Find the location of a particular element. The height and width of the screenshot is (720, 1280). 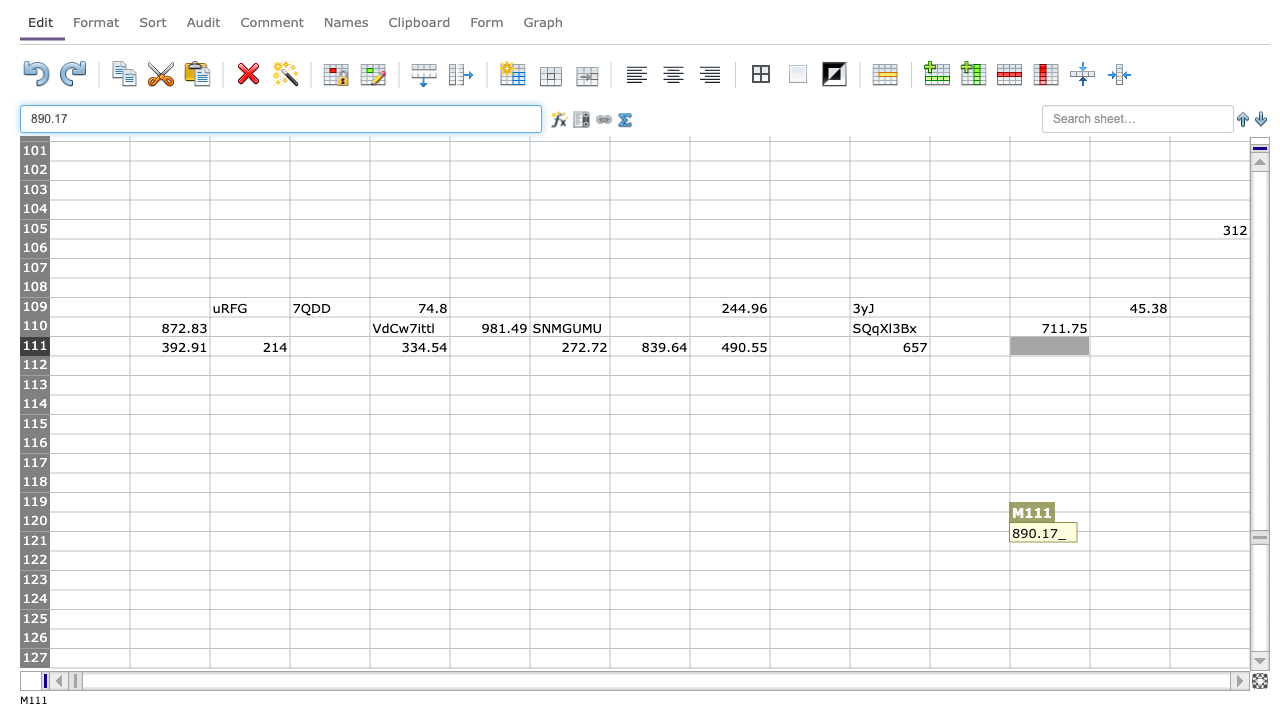

cell at column O row 121 is located at coordinates (1208, 541).